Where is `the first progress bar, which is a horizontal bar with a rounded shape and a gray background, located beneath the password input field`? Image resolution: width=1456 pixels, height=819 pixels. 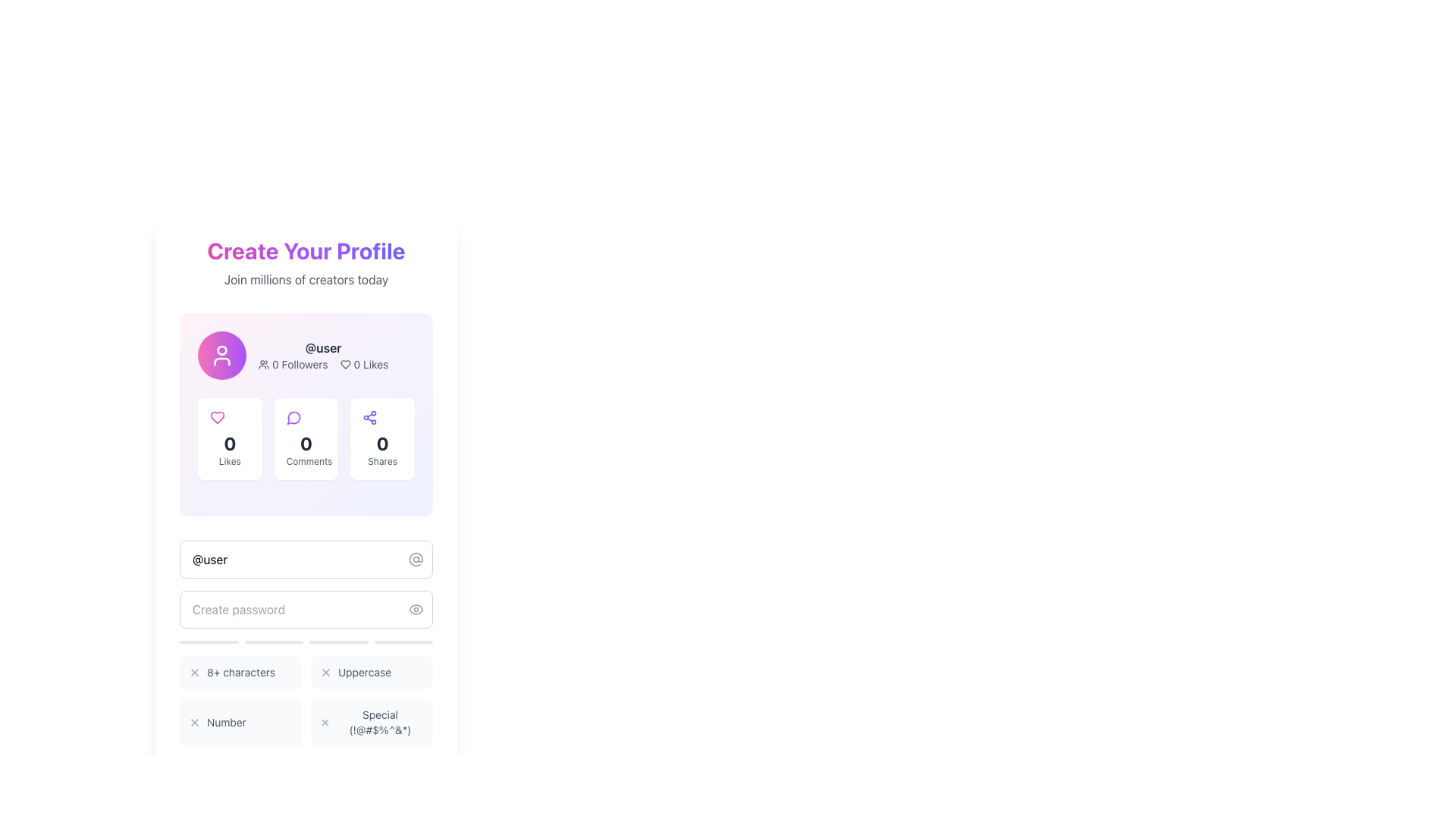
the first progress bar, which is a horizontal bar with a rounded shape and a gray background, located beneath the password input field is located at coordinates (208, 642).